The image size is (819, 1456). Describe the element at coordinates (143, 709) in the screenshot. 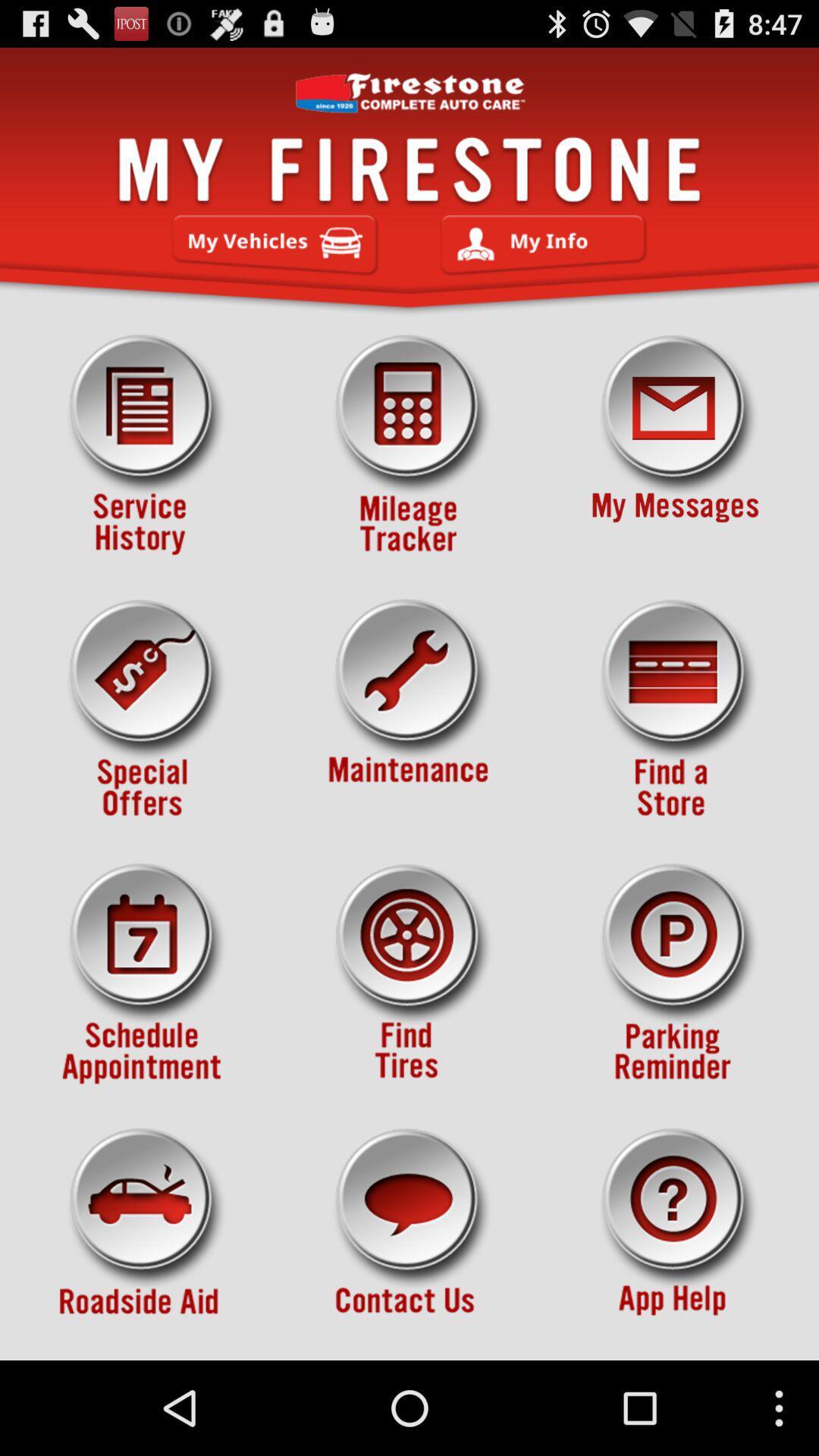

I see `show special offers` at that location.